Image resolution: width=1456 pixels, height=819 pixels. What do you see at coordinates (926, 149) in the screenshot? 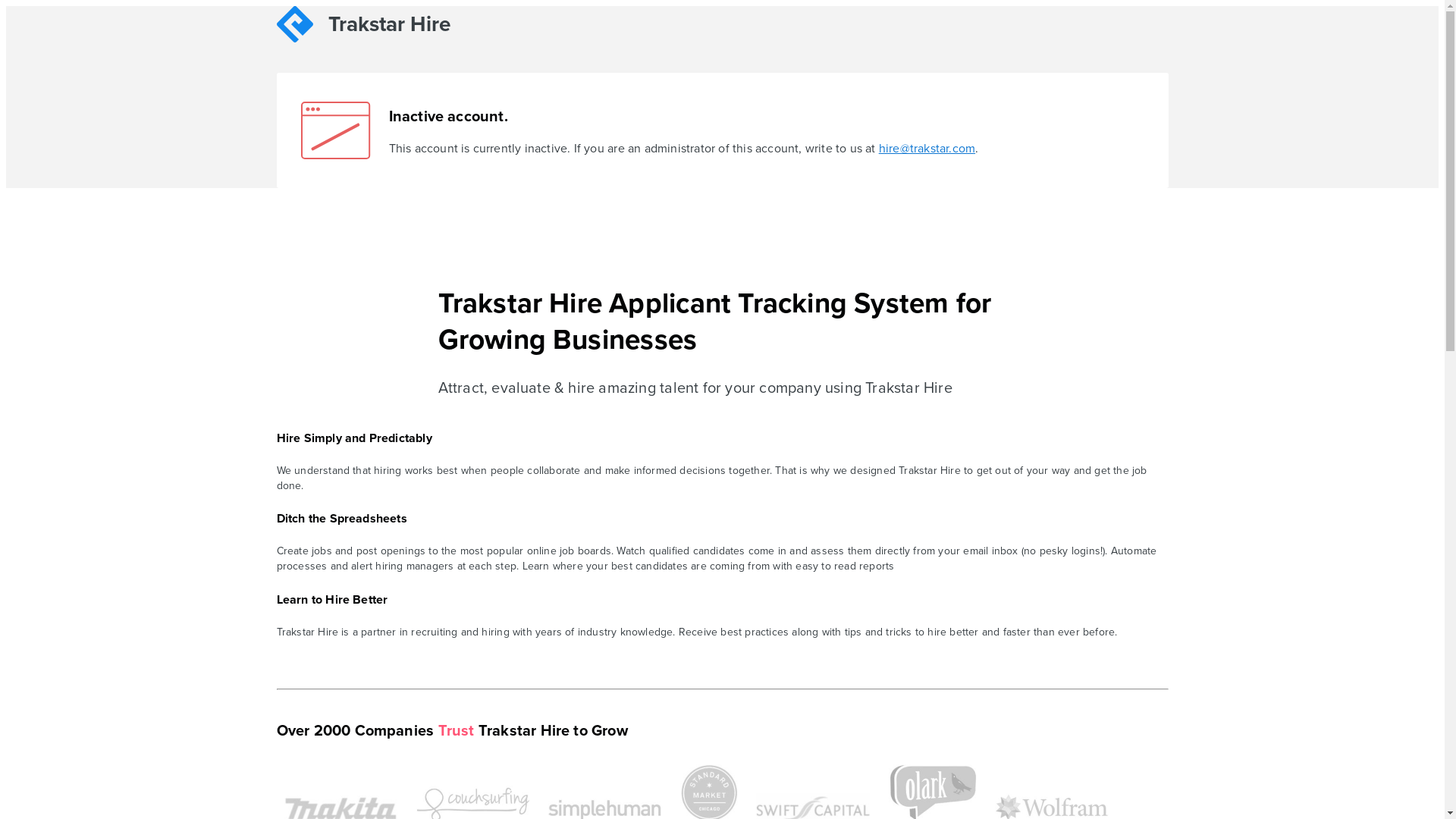
I see `'hire@trakstar.com'` at bounding box center [926, 149].